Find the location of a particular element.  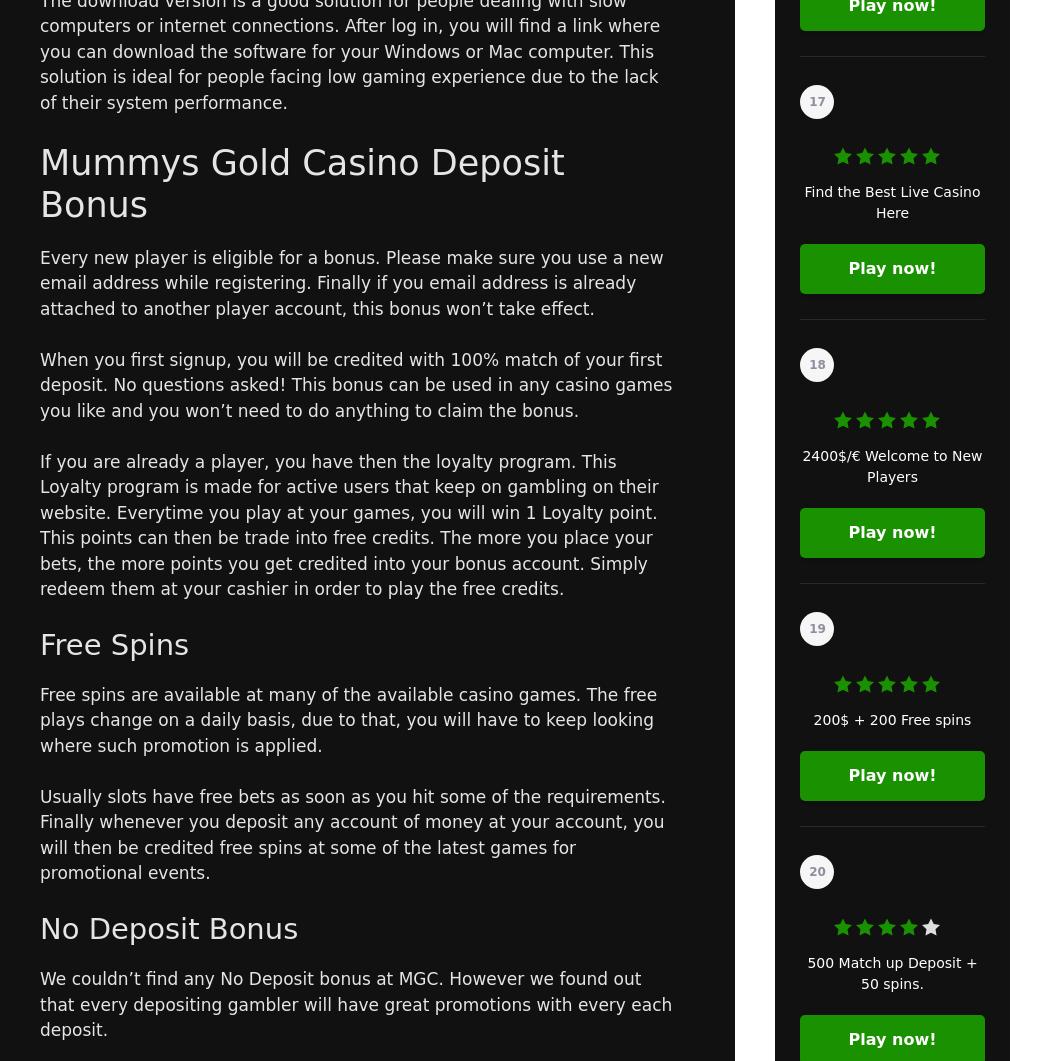

'500 Match up Deposit + 50 spins.' is located at coordinates (890, 972).